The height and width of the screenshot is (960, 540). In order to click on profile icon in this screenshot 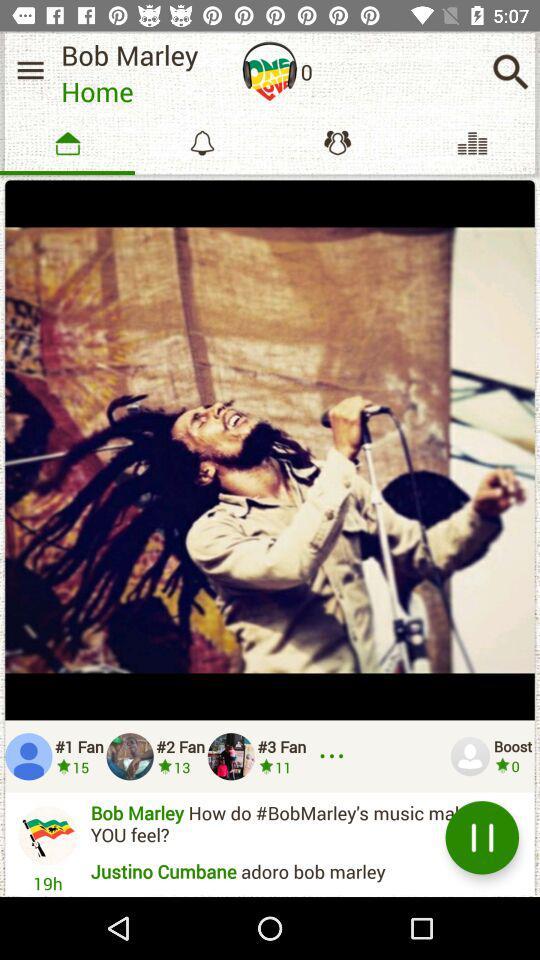, I will do `click(470, 755)`.